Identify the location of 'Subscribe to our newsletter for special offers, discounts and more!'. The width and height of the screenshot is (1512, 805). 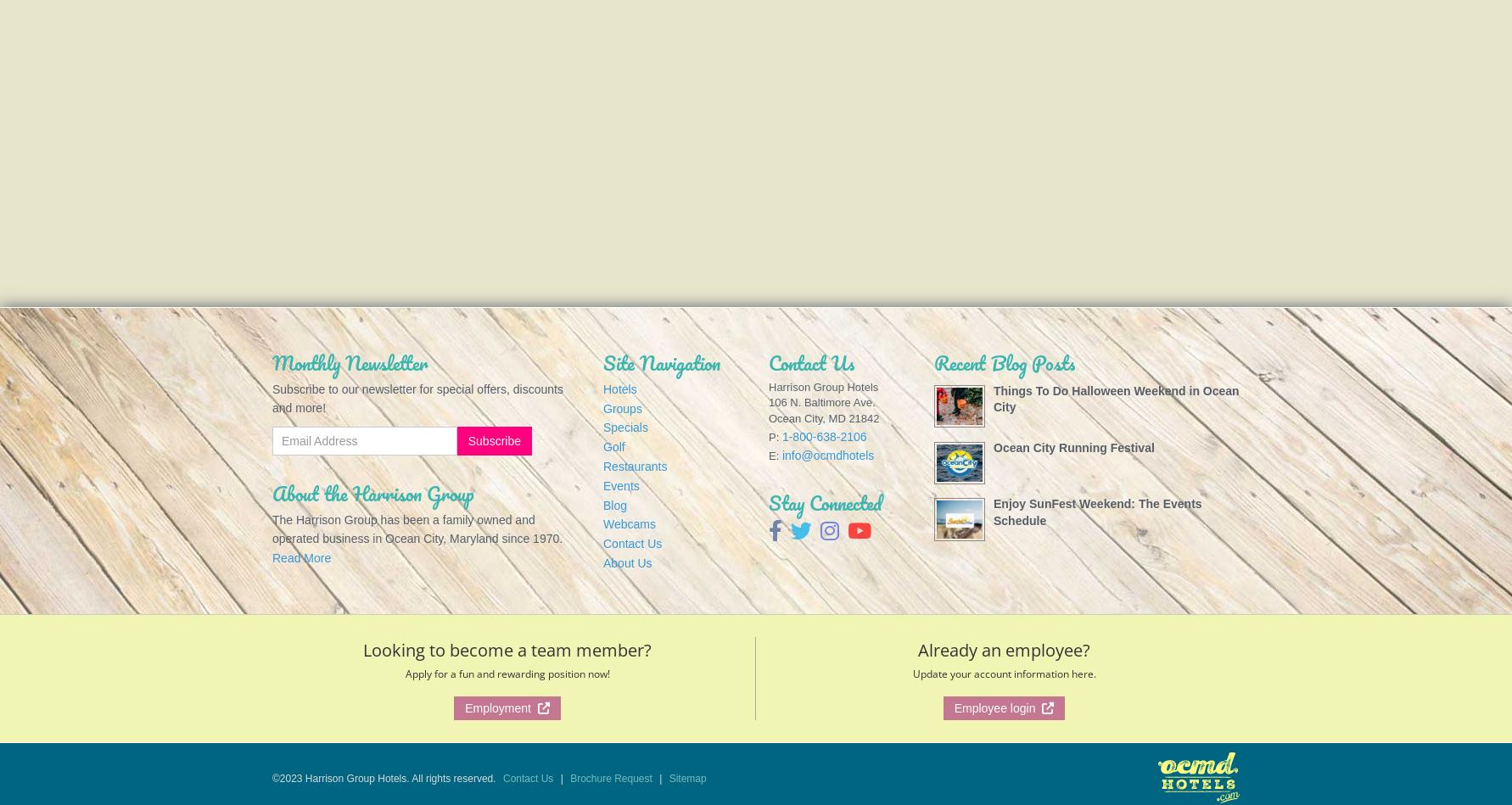
(271, 398).